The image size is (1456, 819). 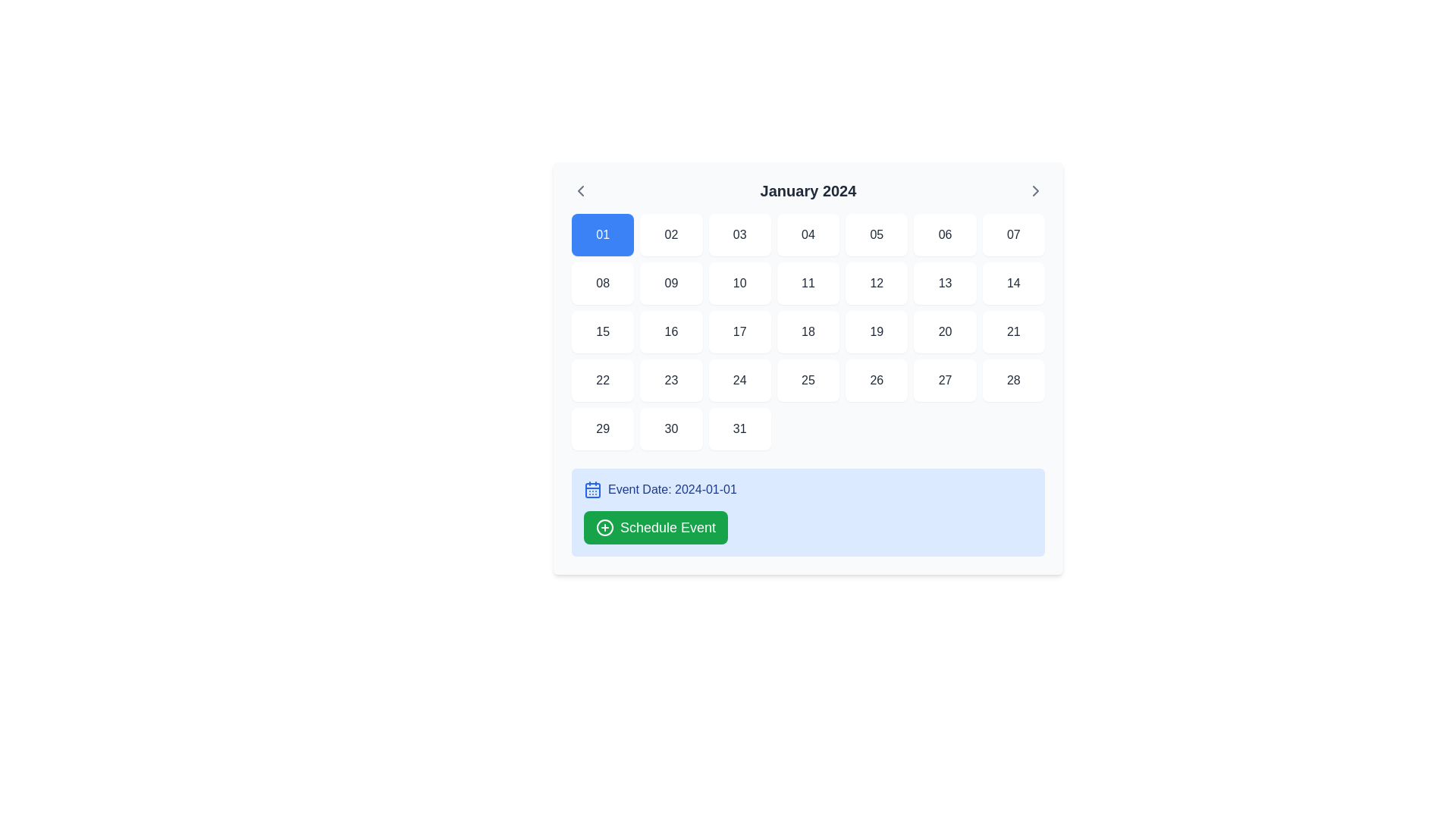 I want to click on the schedule event button located in the light blue section below the text 'Event Date: 2024-01-01', so click(x=655, y=526).